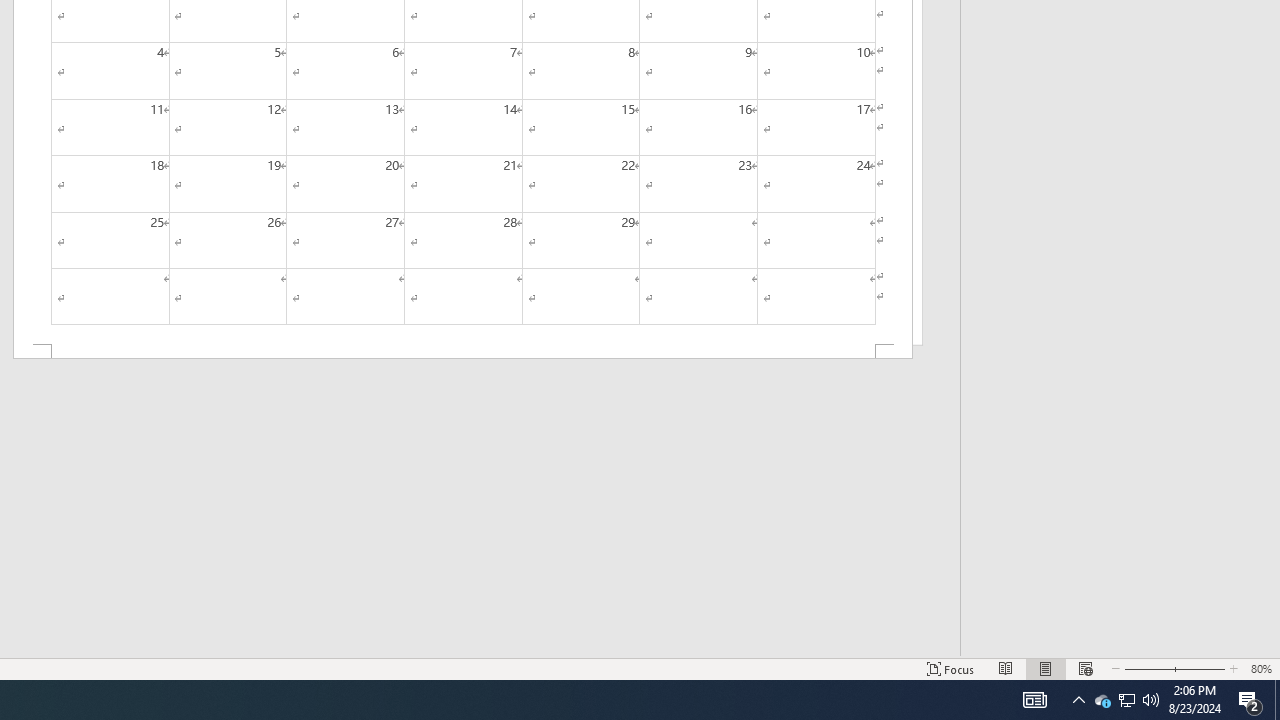 The height and width of the screenshot is (720, 1280). Describe the element at coordinates (1196, 669) in the screenshot. I see `'Zoom In'` at that location.